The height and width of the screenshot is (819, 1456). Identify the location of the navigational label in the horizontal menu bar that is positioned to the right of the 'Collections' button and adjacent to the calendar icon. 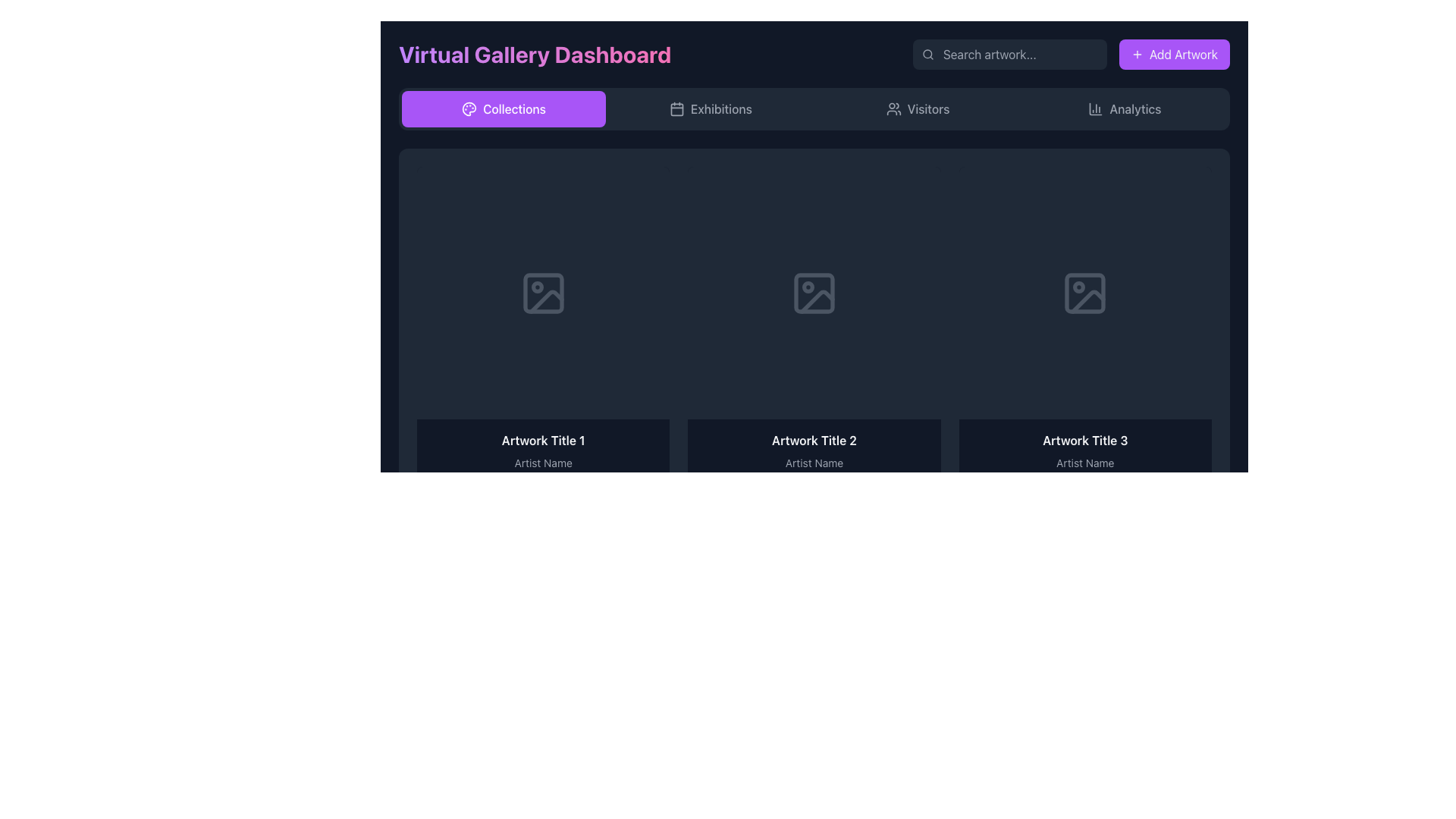
(720, 108).